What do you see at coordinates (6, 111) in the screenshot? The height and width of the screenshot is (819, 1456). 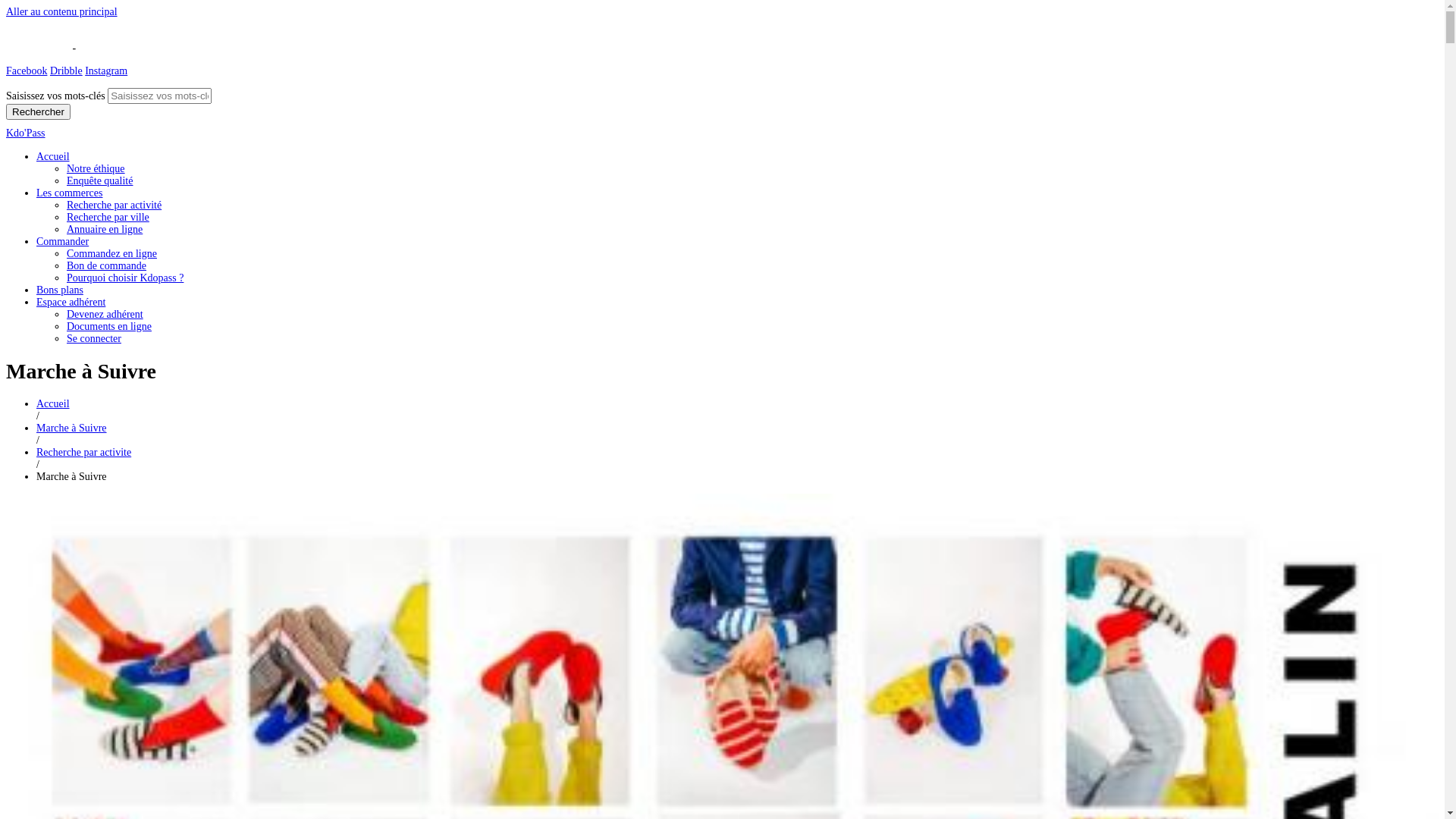 I see `'Rechercher'` at bounding box center [6, 111].